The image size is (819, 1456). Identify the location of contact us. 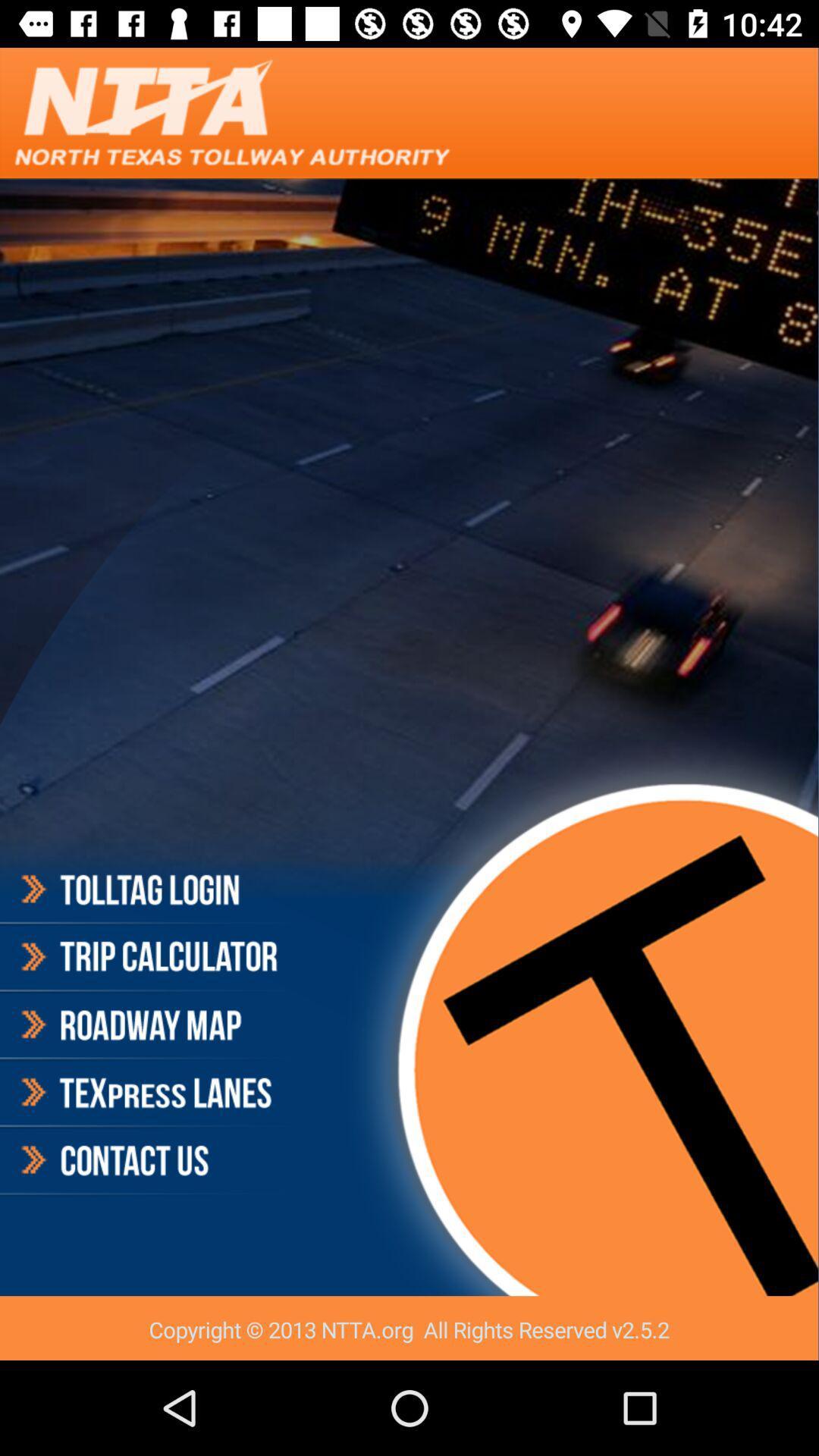
(147, 1159).